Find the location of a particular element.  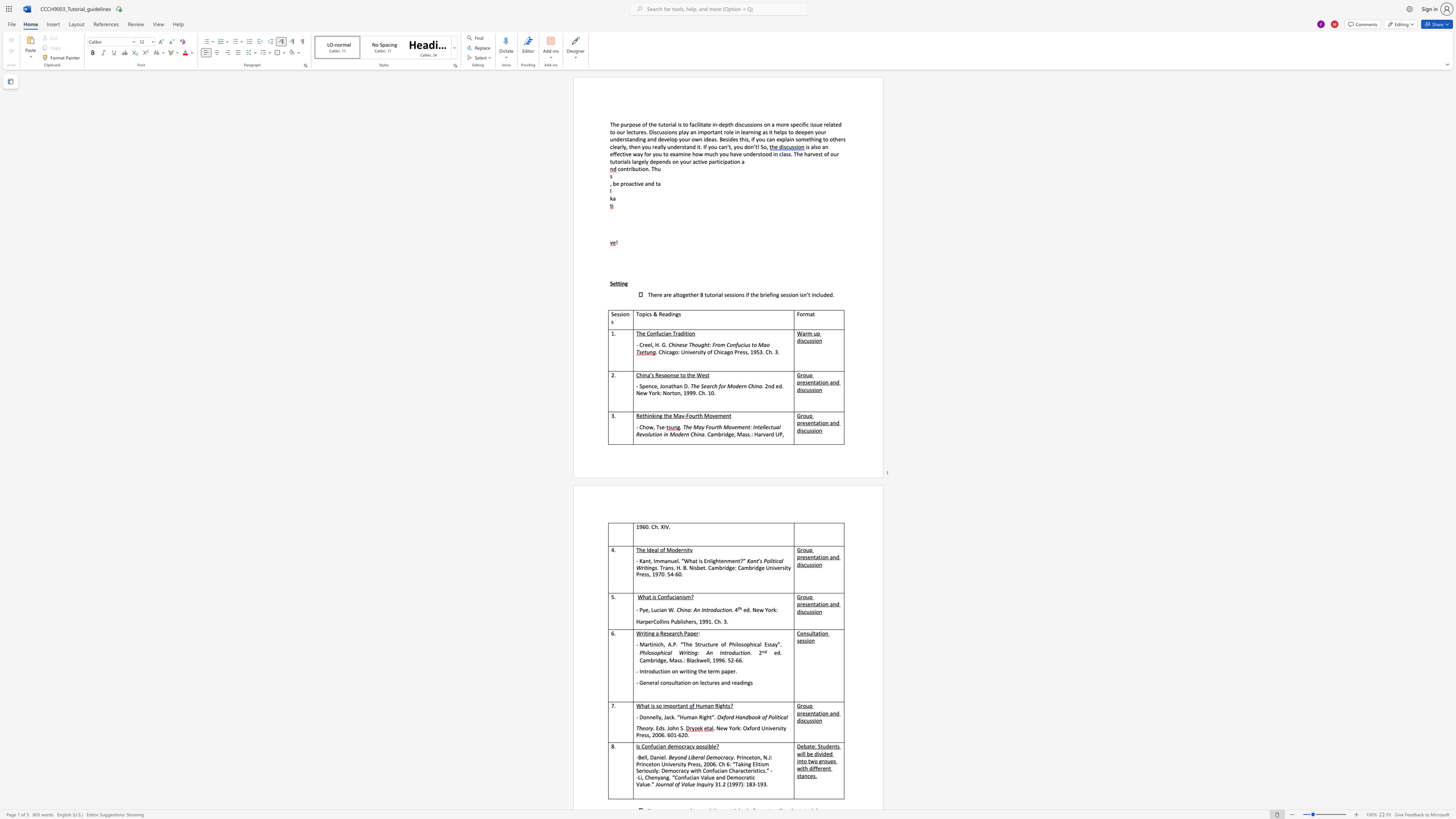

the subset text "sultati" within the text "Consultation session" is located at coordinates (807, 633).